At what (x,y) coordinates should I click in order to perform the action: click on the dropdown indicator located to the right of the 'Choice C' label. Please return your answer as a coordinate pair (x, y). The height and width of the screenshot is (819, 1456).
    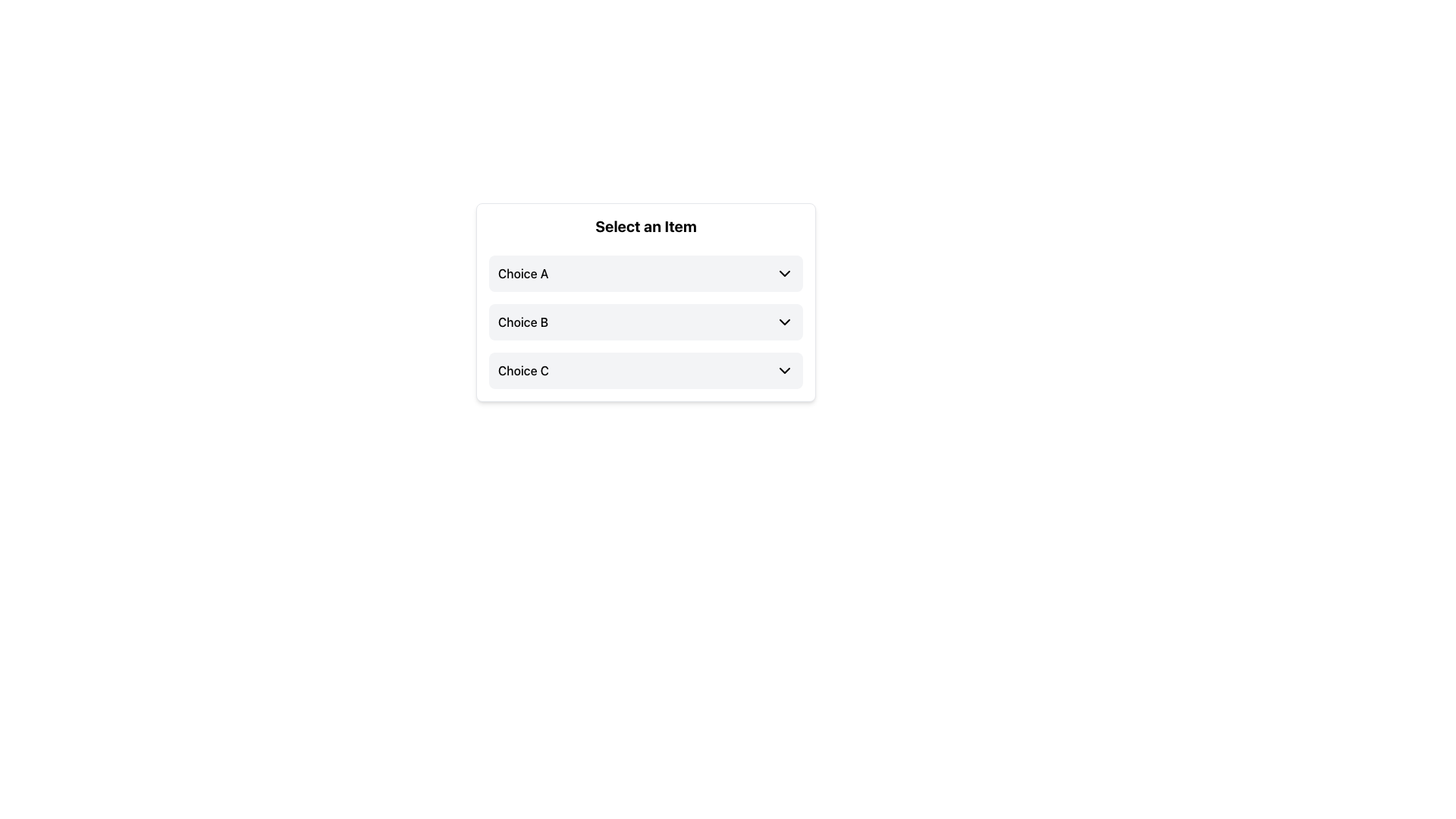
    Looking at the image, I should click on (785, 371).